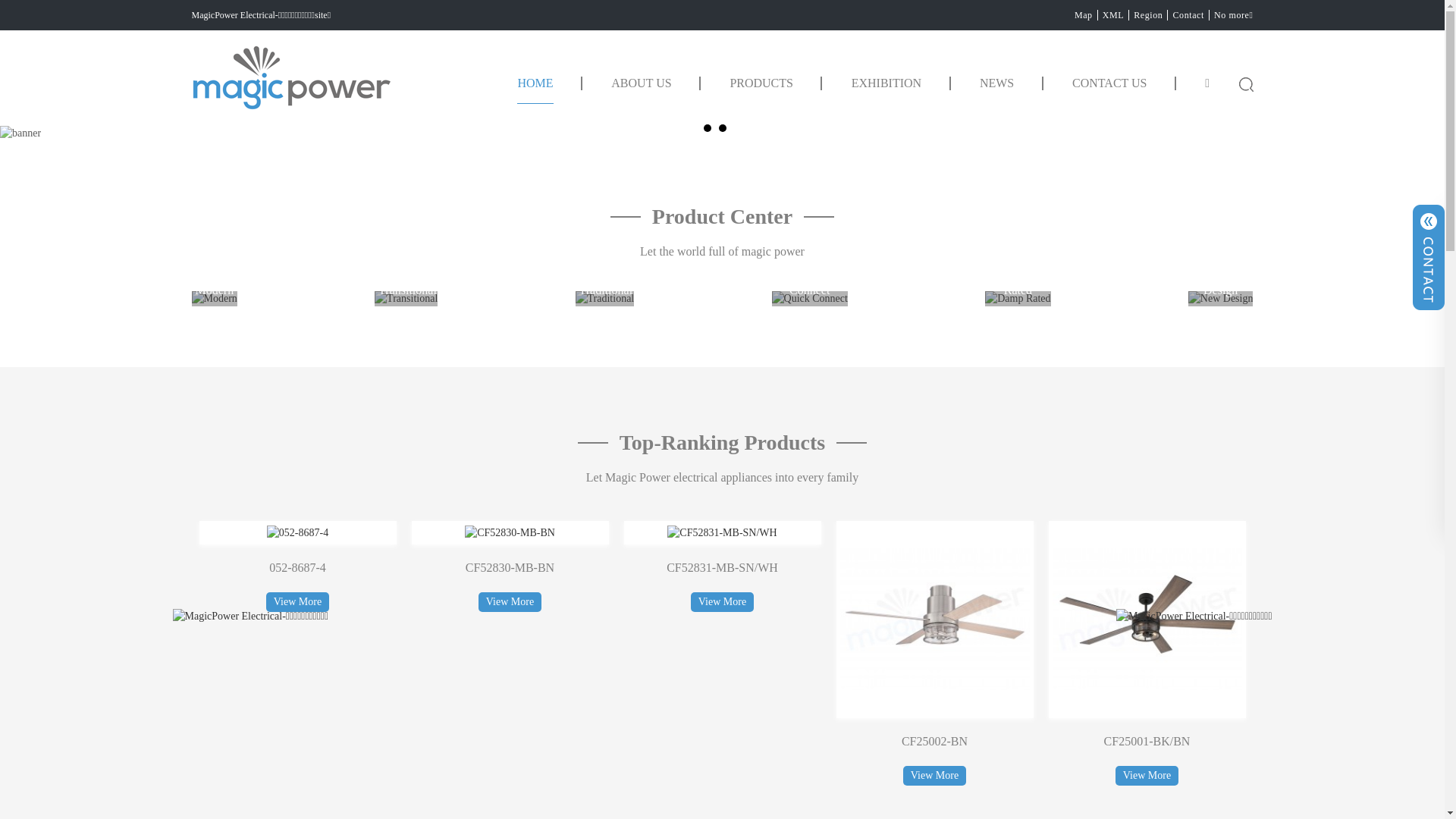 The width and height of the screenshot is (1456, 819). I want to click on 'HOME', so click(516, 89).